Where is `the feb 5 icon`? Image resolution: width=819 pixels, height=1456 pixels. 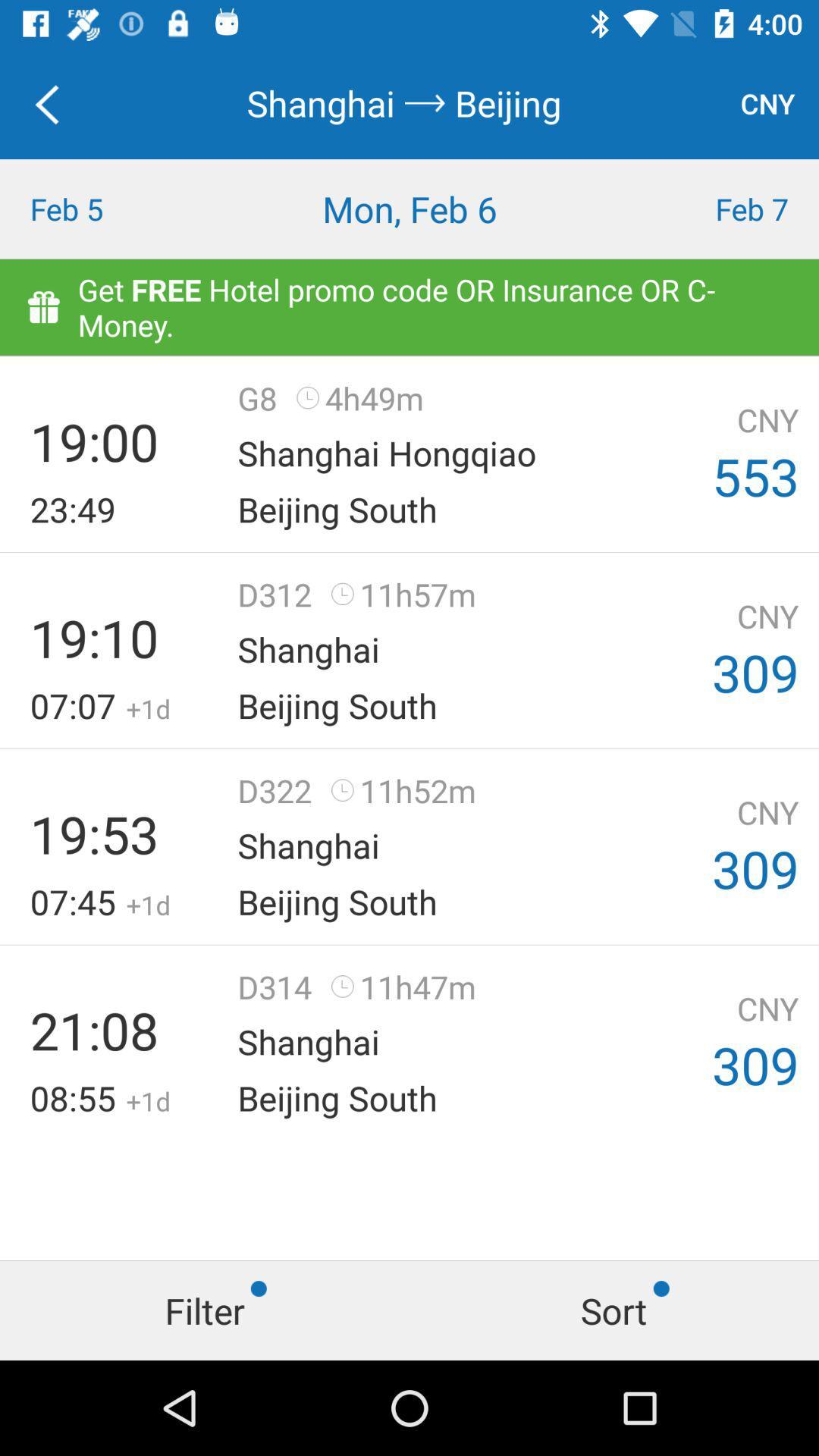 the feb 5 icon is located at coordinates (102, 208).